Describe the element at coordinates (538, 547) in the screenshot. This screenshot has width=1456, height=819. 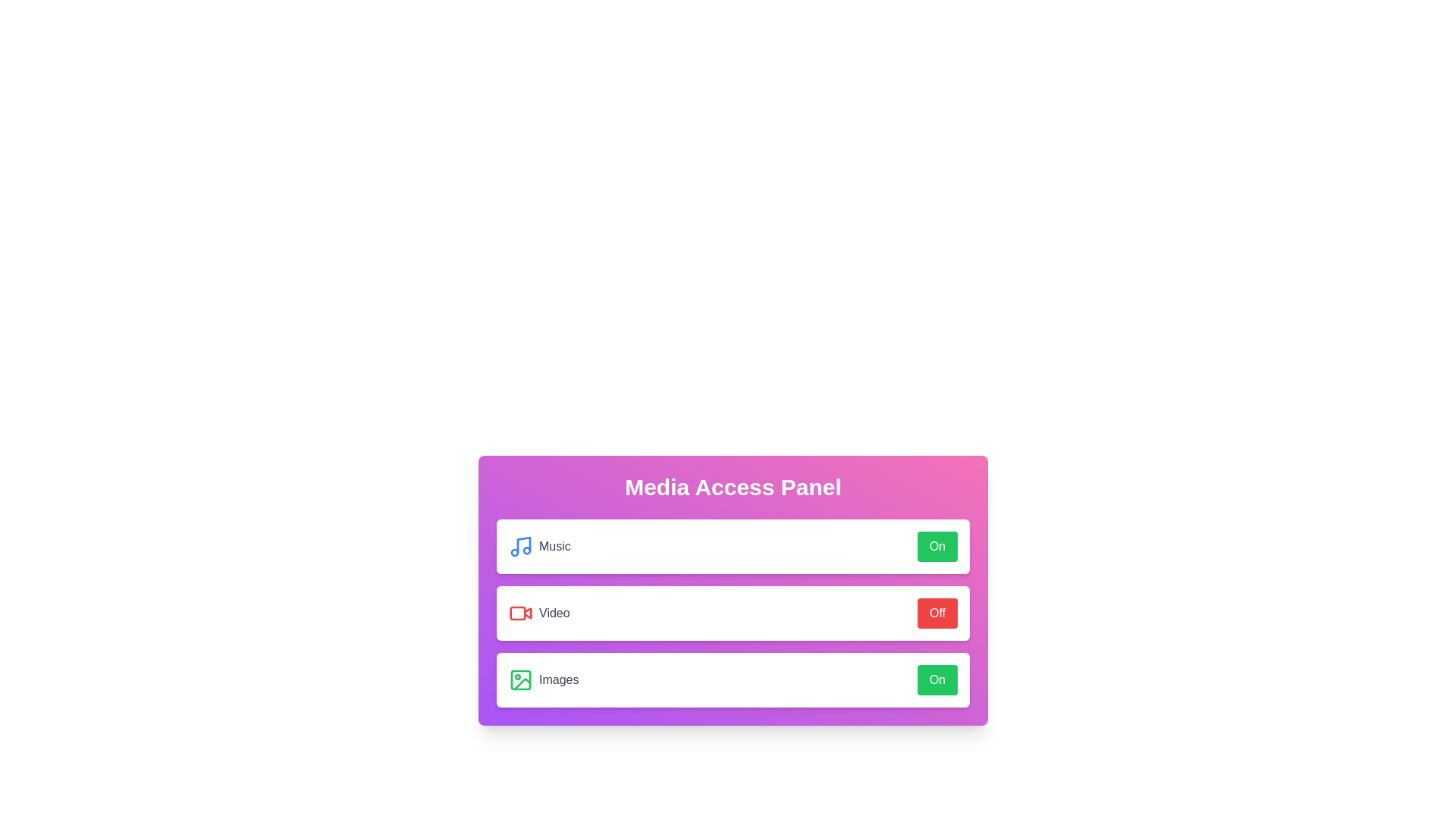
I see `the media type text Music for inspection` at that location.